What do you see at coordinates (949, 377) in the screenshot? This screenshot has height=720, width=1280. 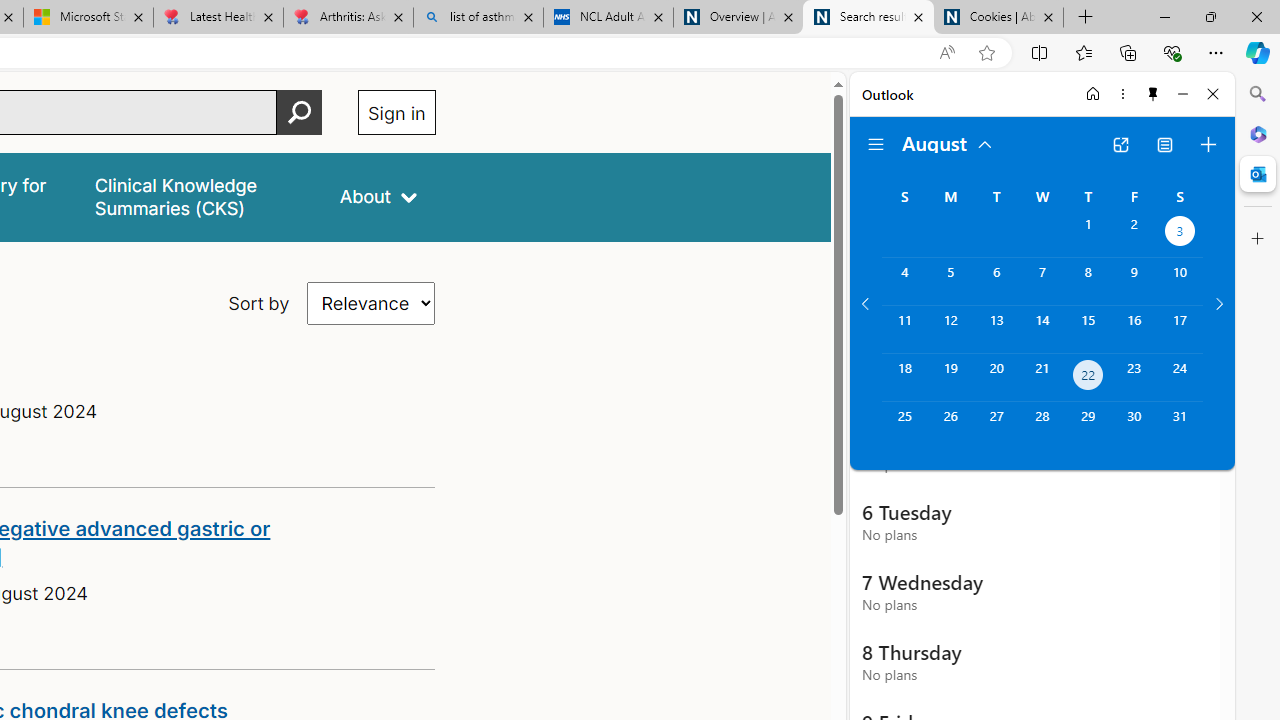 I see `'Monday, August 19, 2024. '` at bounding box center [949, 377].